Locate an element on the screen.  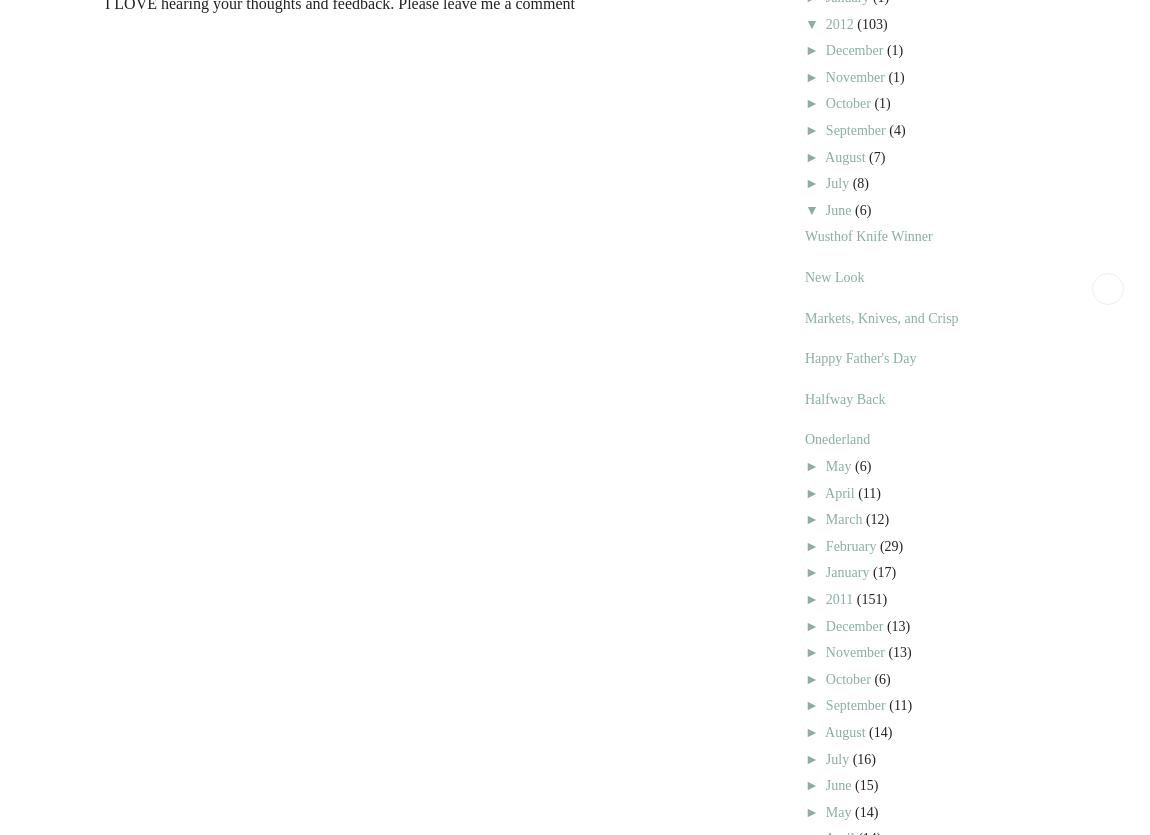
'(29)' is located at coordinates (891, 545).